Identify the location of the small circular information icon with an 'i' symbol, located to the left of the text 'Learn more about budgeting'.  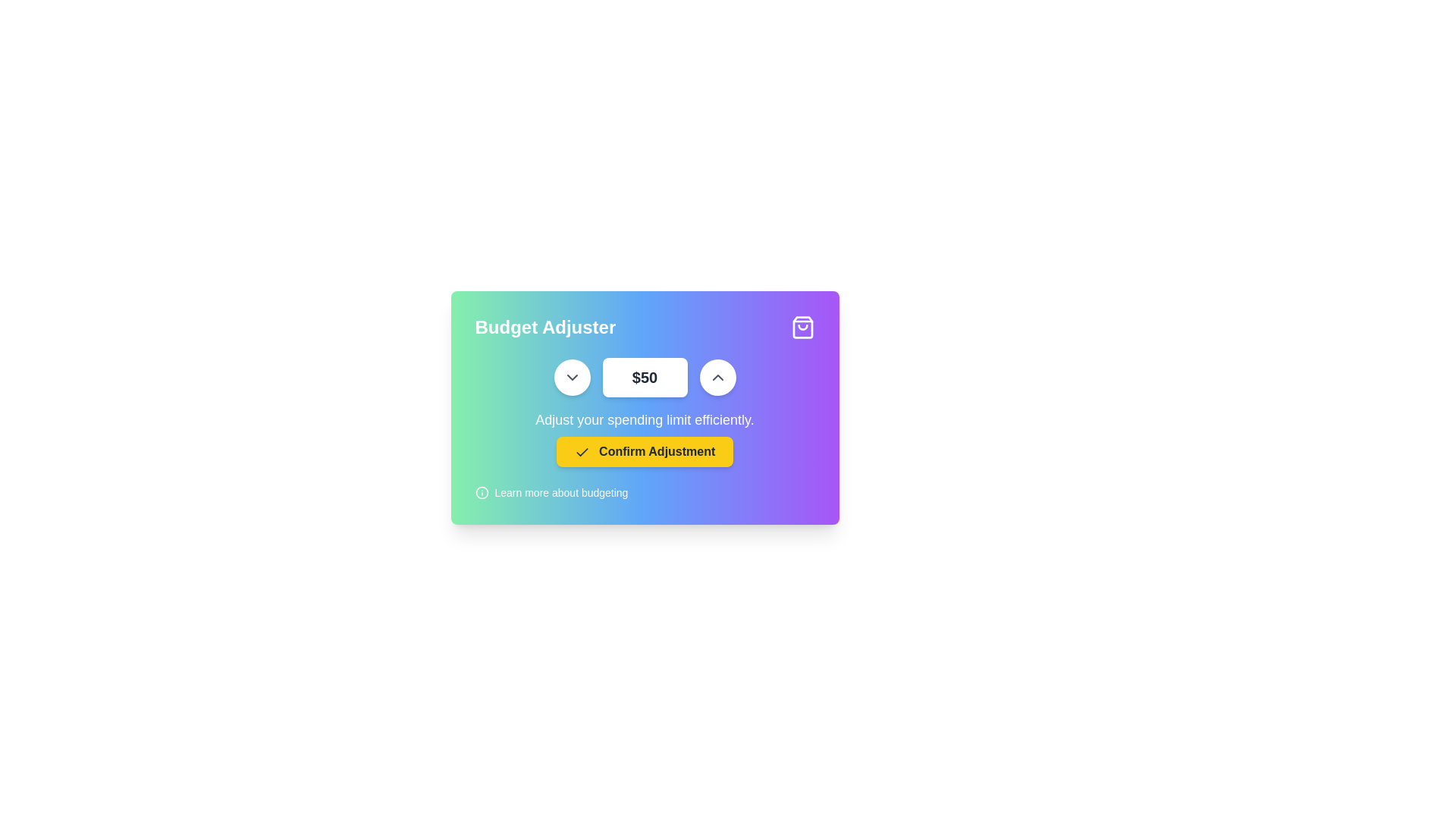
(481, 493).